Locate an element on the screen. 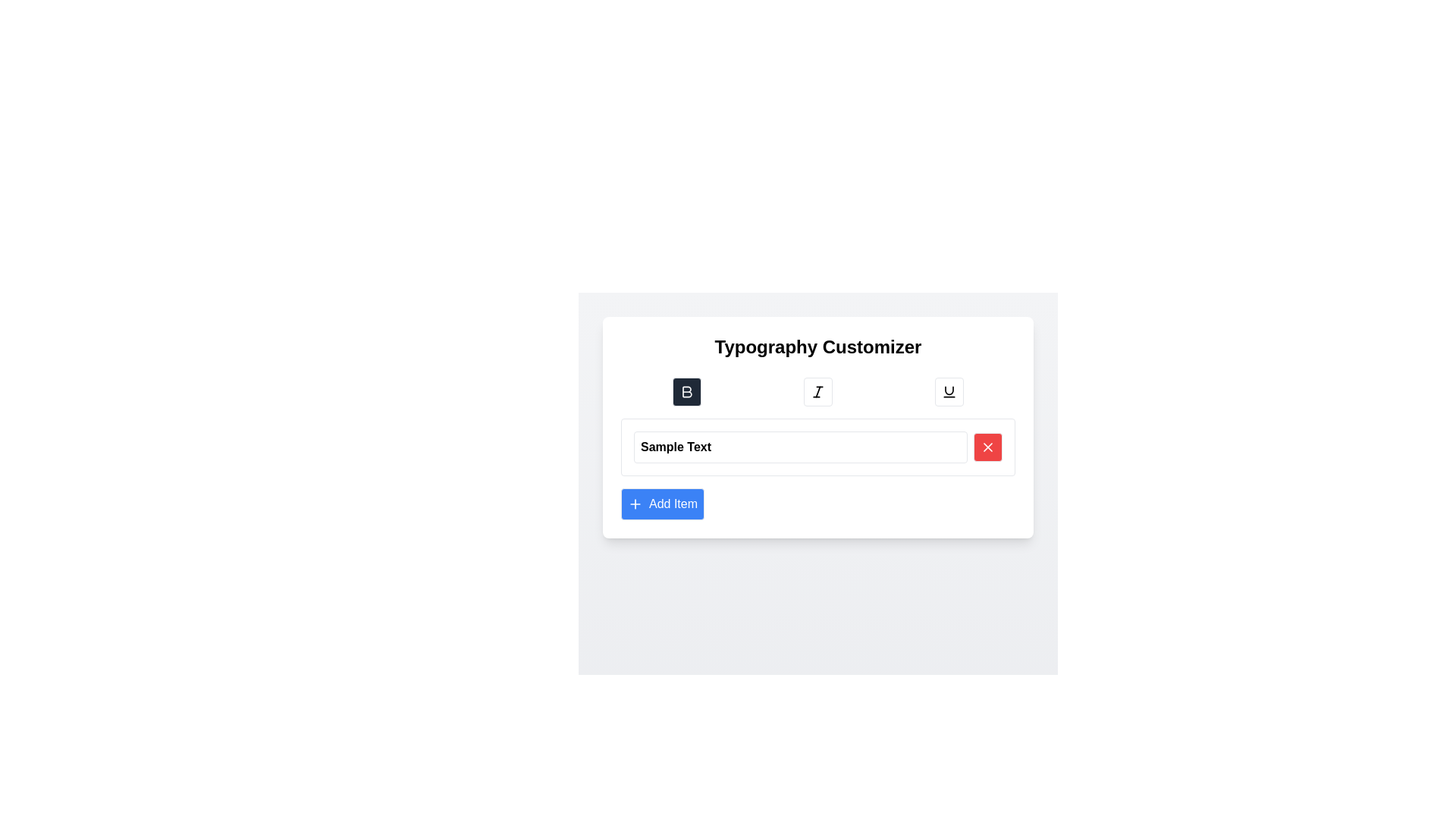  the Icon component with a curved decorative line, which represents the underline formatting option in the Typography Customizer panel is located at coordinates (949, 390).